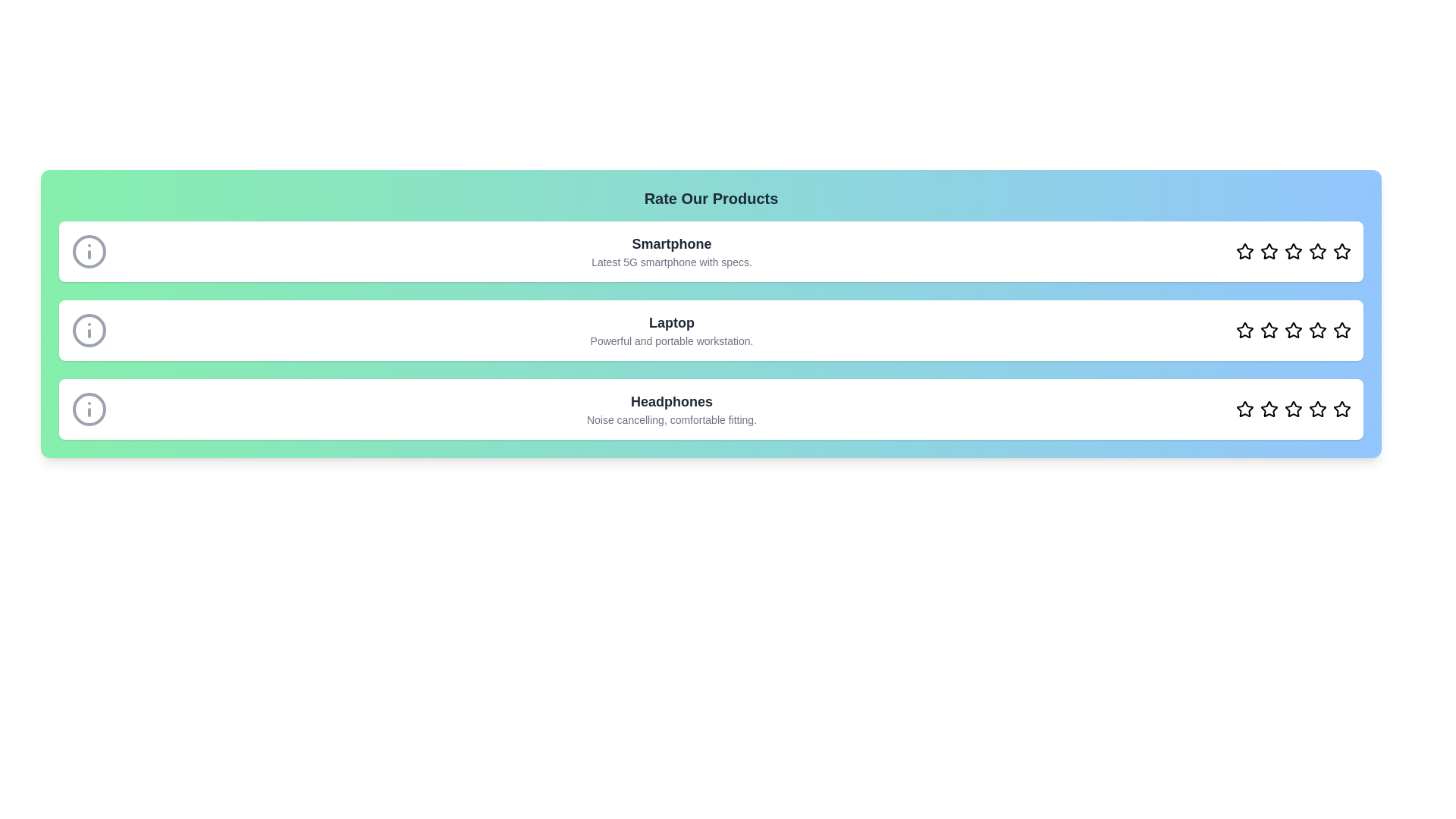 The width and height of the screenshot is (1456, 819). What do you see at coordinates (1292, 409) in the screenshot?
I see `the row of five hollow star icons used for rating under the 'Headphones' section, adjacent to the descriptive text 'Noise cancelling, comfortable fitting.'` at bounding box center [1292, 409].